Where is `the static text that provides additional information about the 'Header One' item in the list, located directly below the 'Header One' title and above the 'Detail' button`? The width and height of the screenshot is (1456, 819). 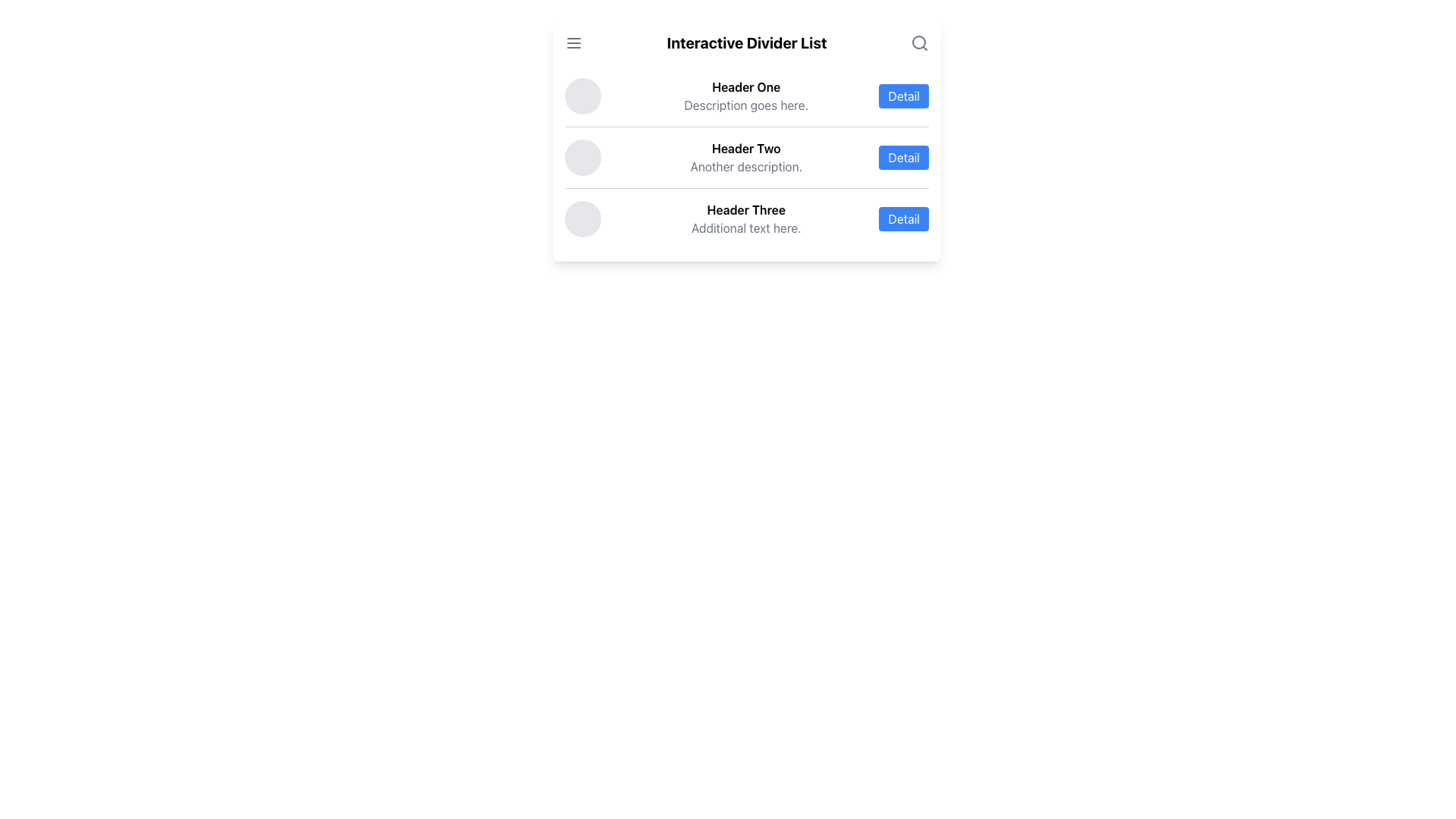
the static text that provides additional information about the 'Header One' item in the list, located directly below the 'Header One' title and above the 'Detail' button is located at coordinates (746, 104).